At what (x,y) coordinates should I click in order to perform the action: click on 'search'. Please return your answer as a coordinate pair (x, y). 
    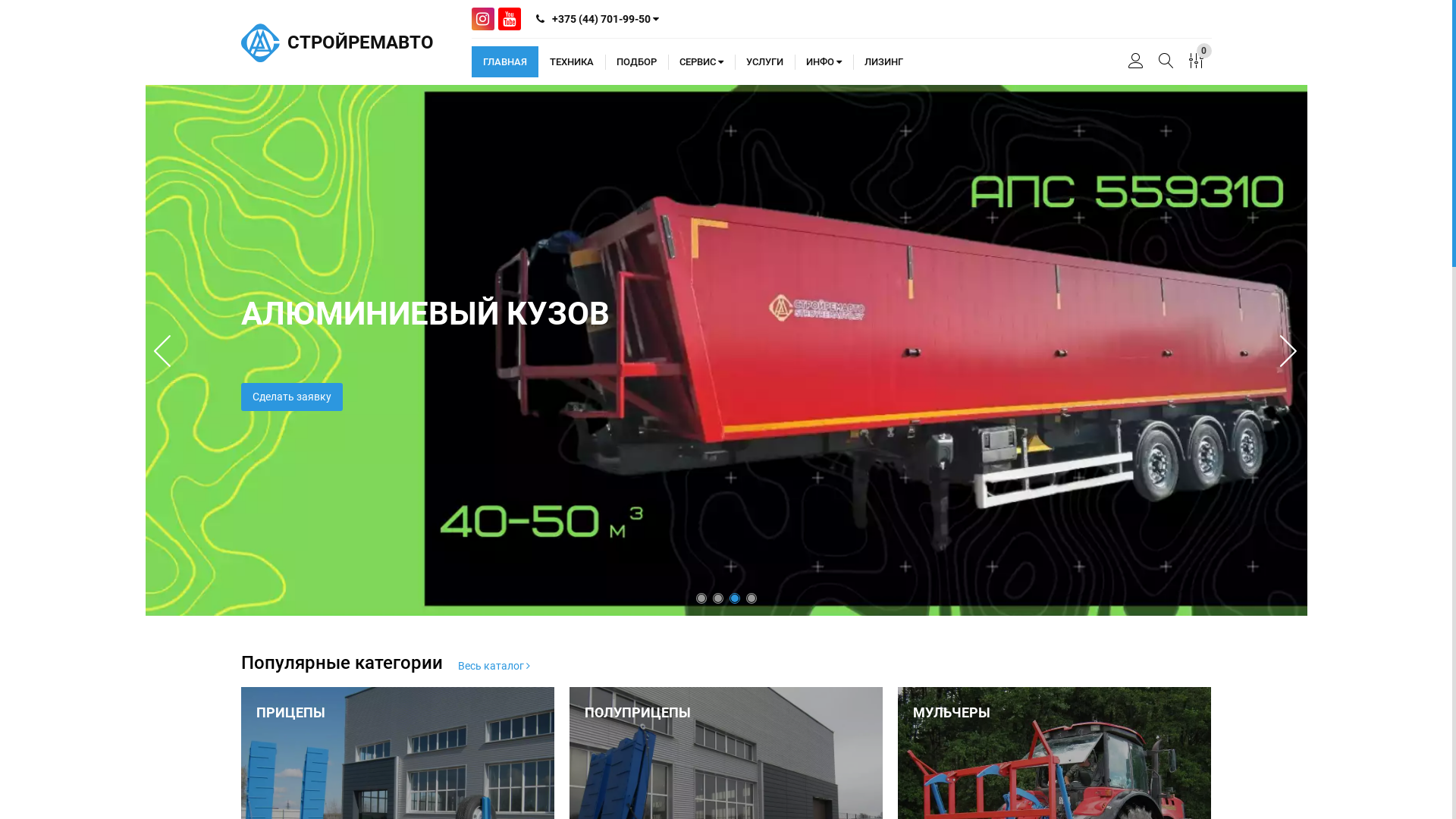
    Looking at the image, I should click on (1165, 61).